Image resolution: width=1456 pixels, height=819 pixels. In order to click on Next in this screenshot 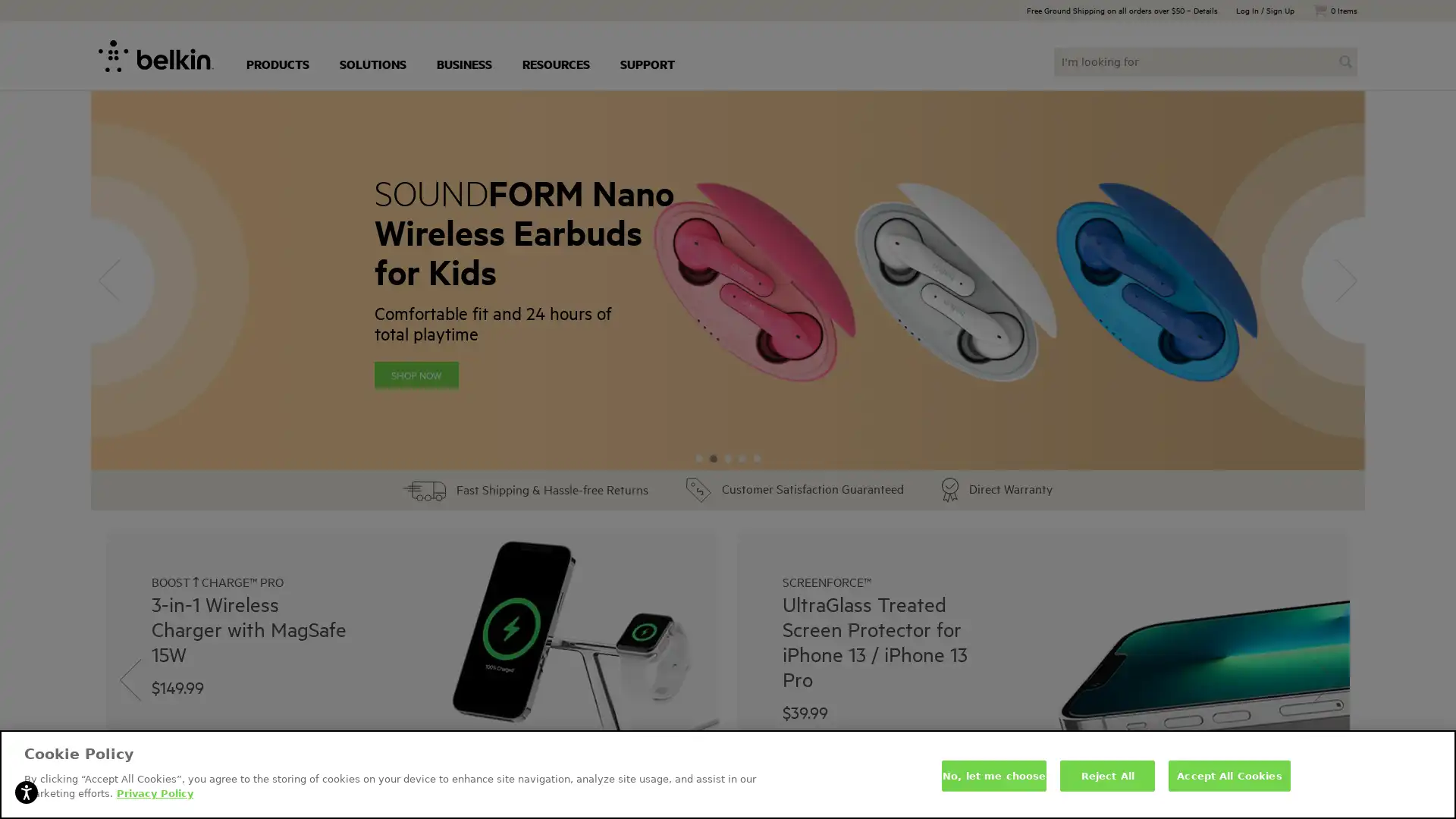, I will do `click(1324, 679)`.